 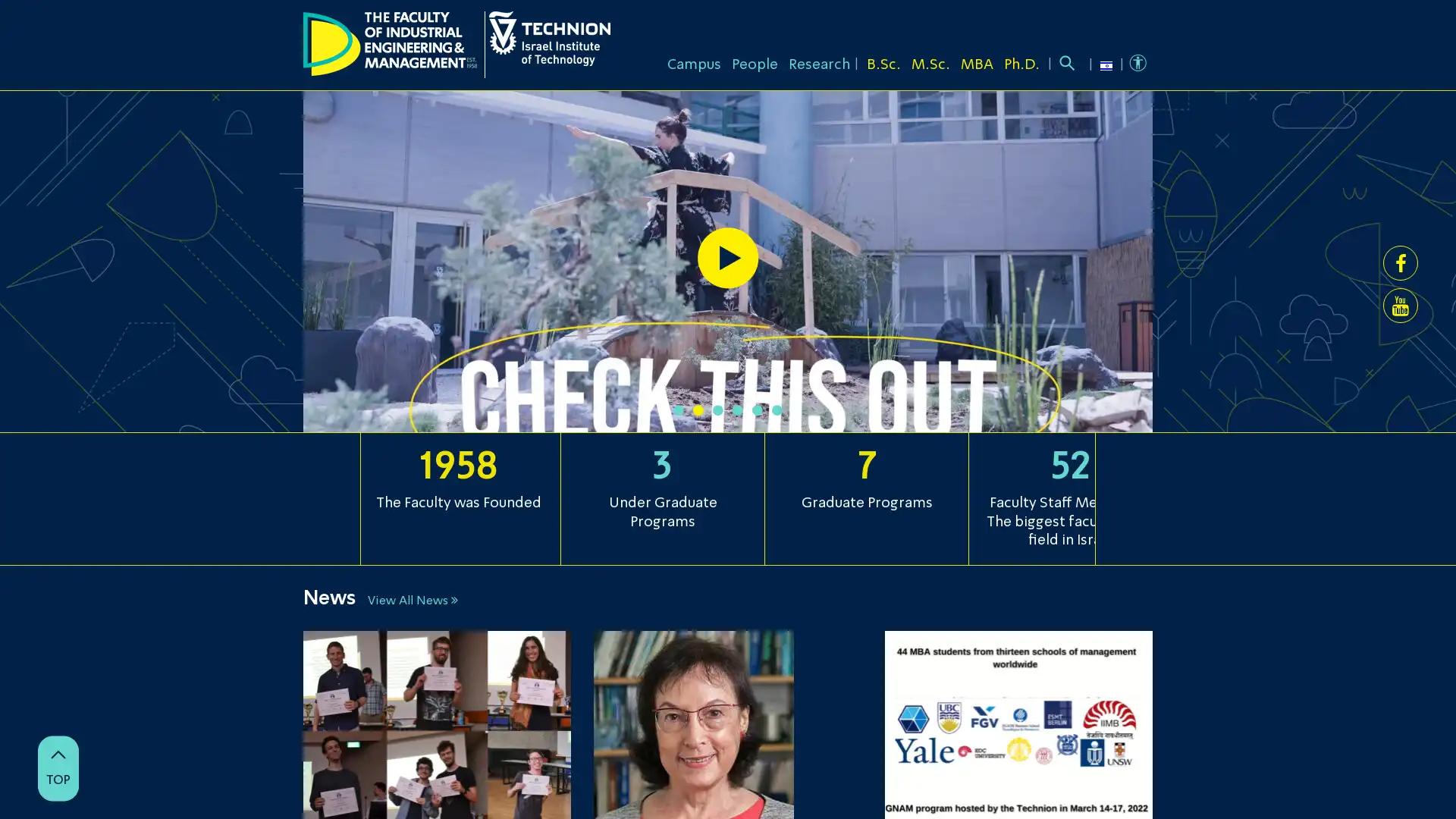 What do you see at coordinates (777, 409) in the screenshot?
I see `6` at bounding box center [777, 409].